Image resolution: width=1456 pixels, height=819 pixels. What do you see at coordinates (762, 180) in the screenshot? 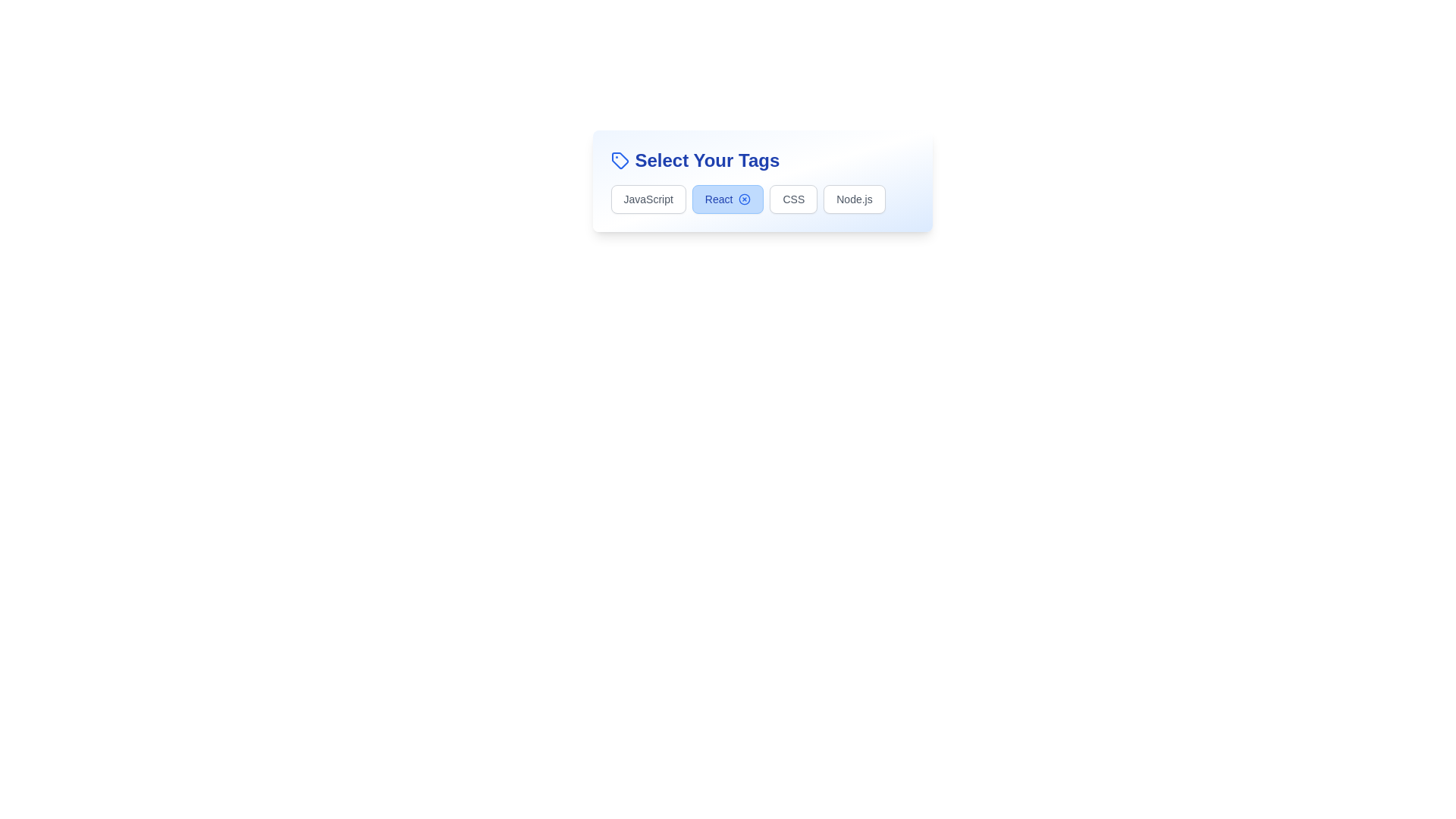
I see `the second selectable tag button below the title 'Select Your Tags'` at bounding box center [762, 180].